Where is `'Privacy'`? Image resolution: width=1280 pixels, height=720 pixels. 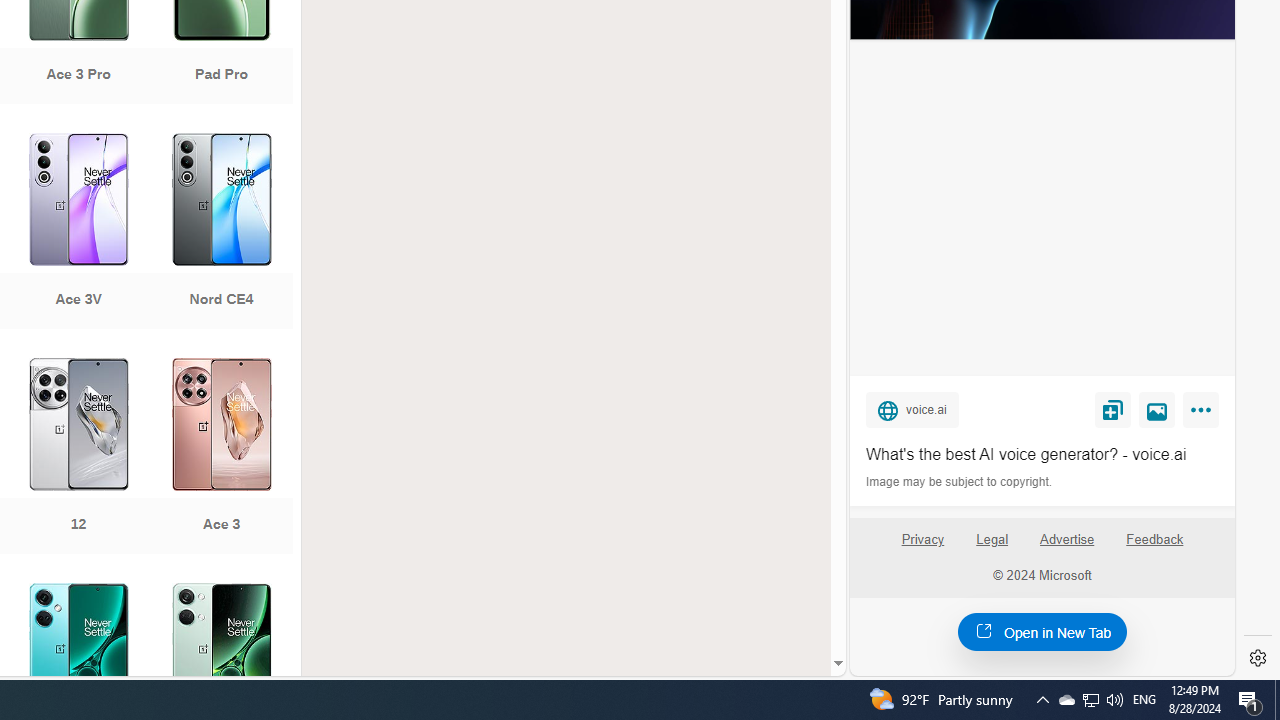
'Privacy' is located at coordinates (921, 547).